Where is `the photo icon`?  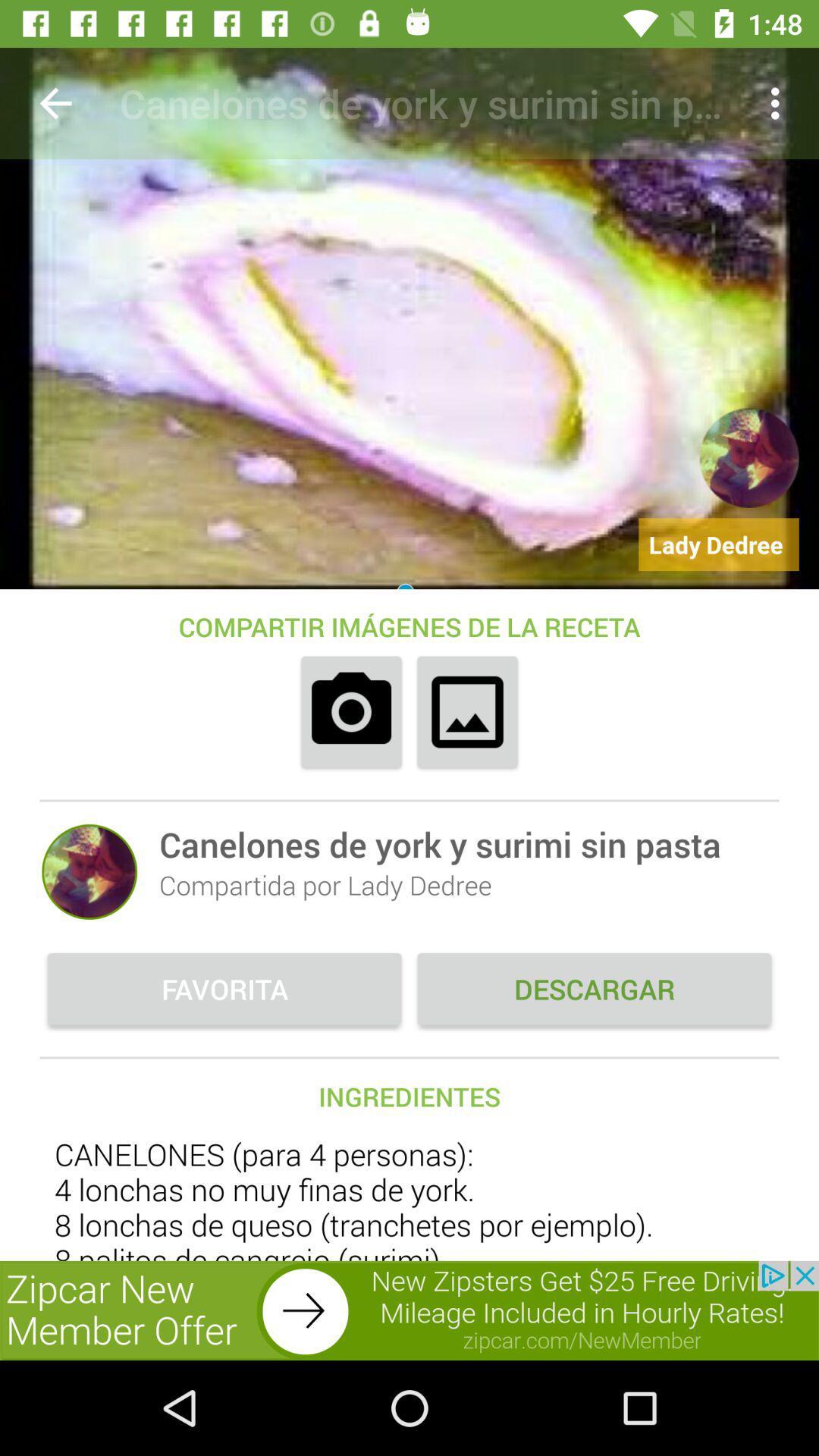
the photo icon is located at coordinates (351, 711).